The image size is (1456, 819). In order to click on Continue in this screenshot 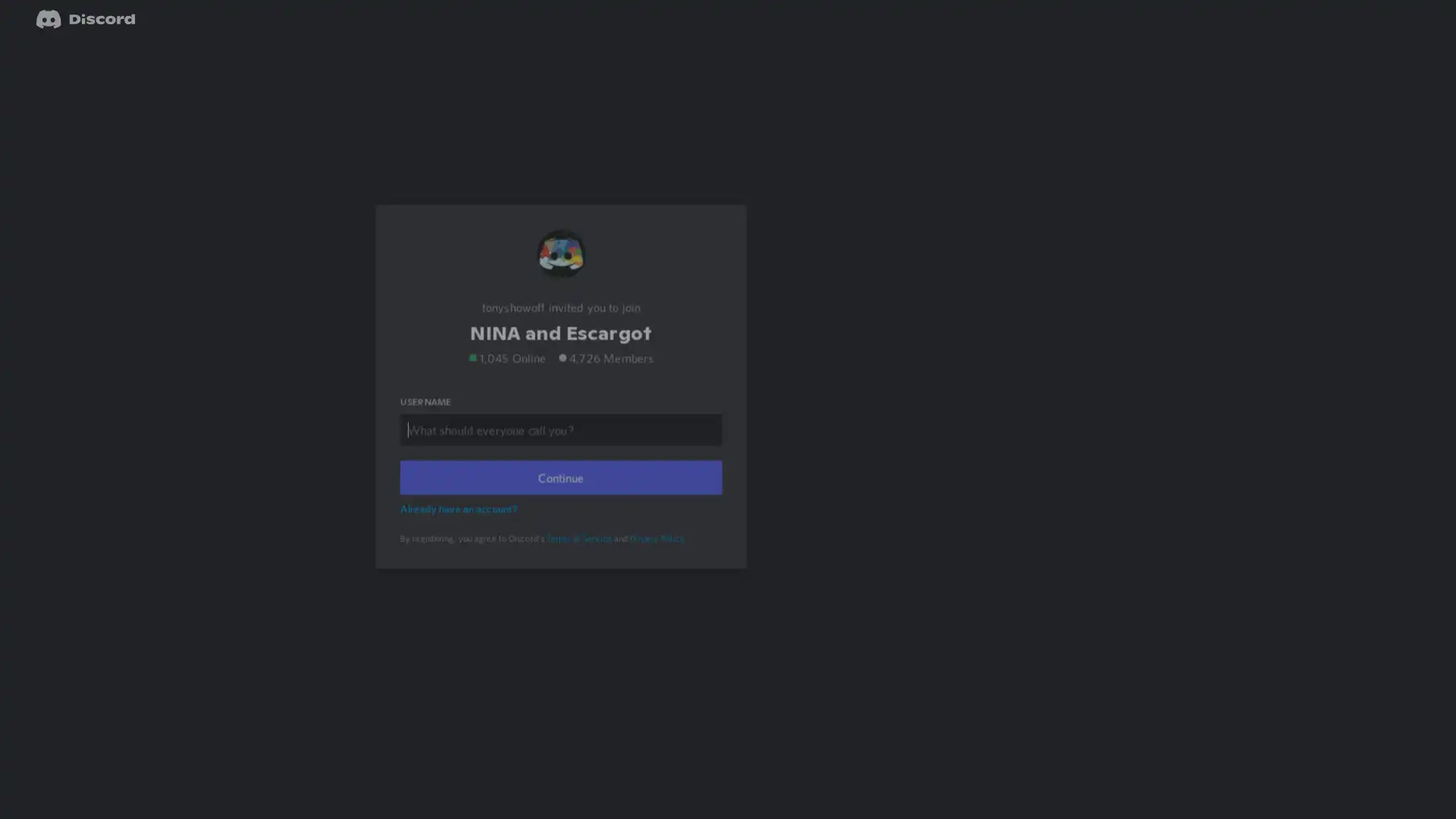, I will do `click(560, 497)`.